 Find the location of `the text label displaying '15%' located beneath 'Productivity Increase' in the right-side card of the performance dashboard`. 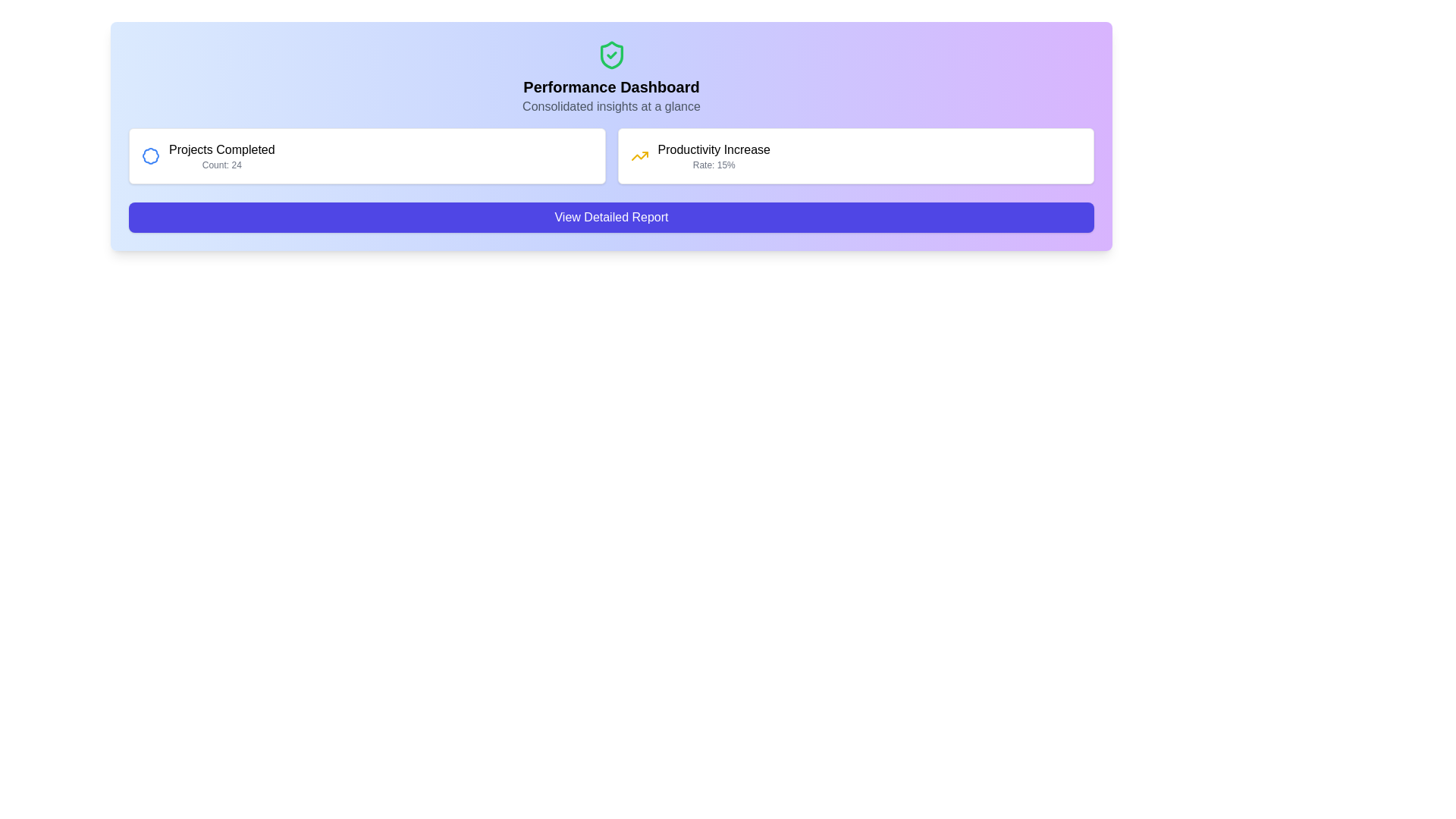

the text label displaying '15%' located beneath 'Productivity Increase' in the right-side card of the performance dashboard is located at coordinates (713, 165).